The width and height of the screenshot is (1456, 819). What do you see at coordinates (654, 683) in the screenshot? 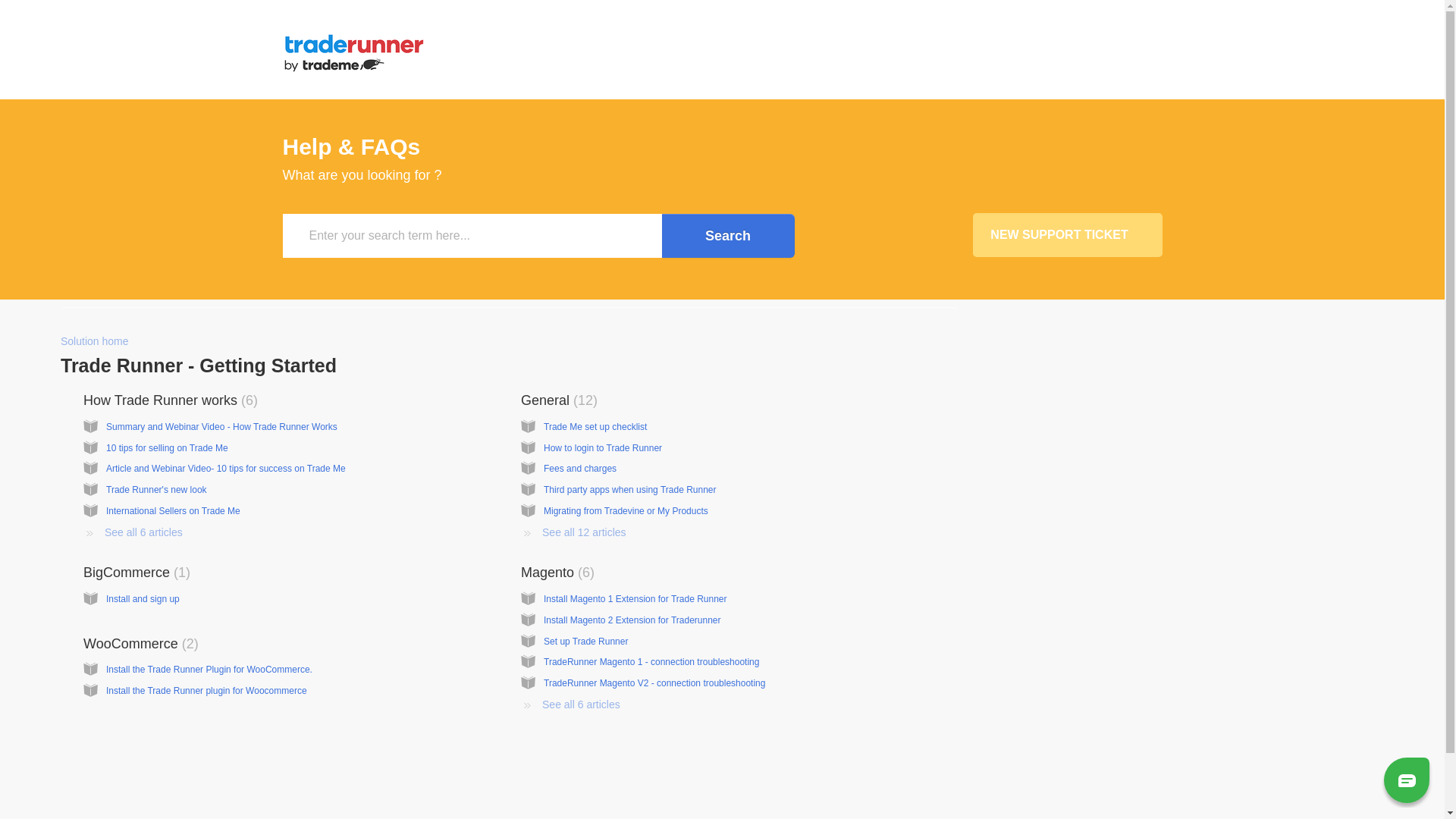
I see `'TradeRunner Magento V2 - connection troubleshooting'` at bounding box center [654, 683].